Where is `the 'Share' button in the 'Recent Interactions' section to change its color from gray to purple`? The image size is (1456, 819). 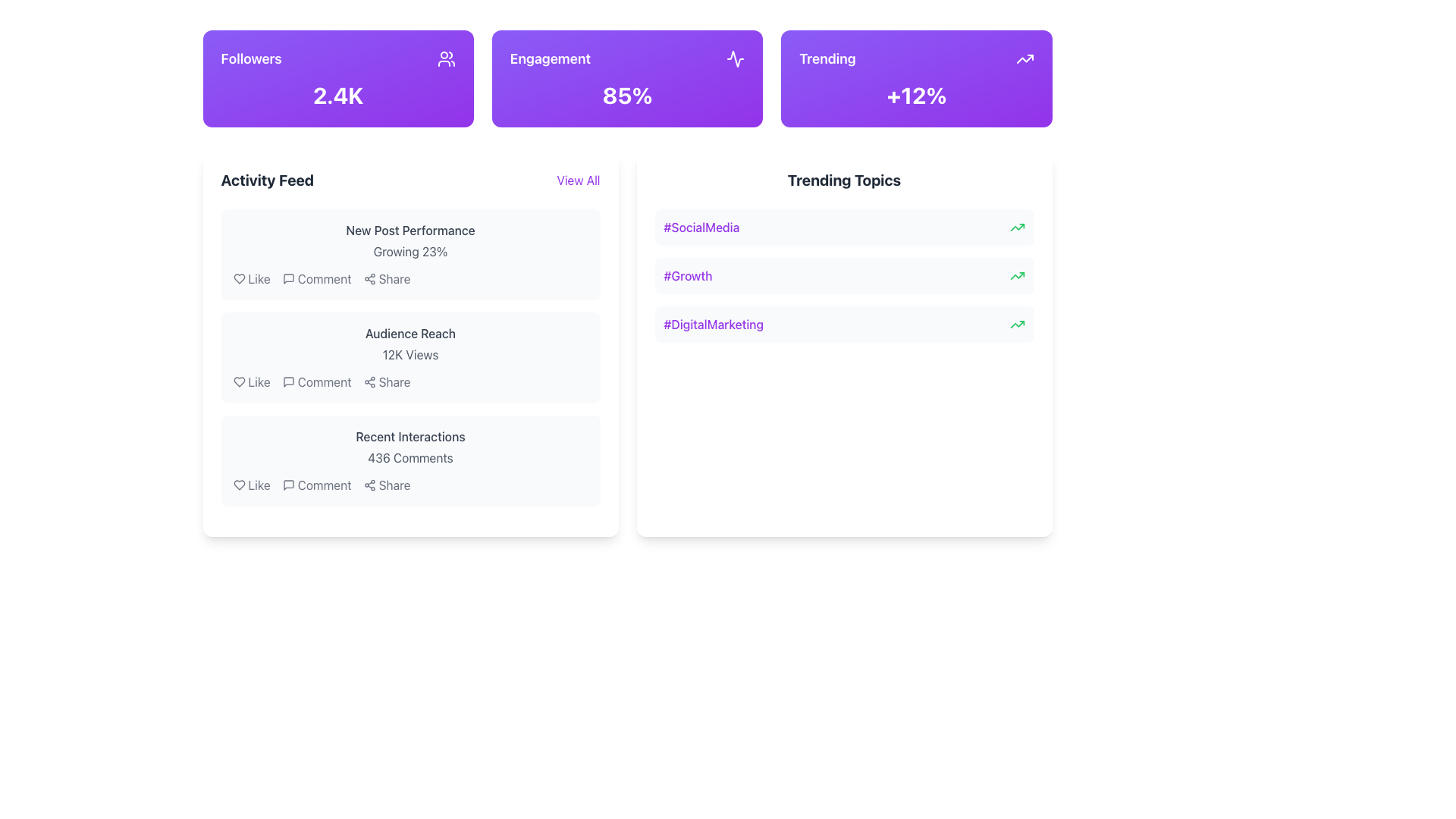
the 'Share' button in the 'Recent Interactions' section to change its color from gray to purple is located at coordinates (387, 485).